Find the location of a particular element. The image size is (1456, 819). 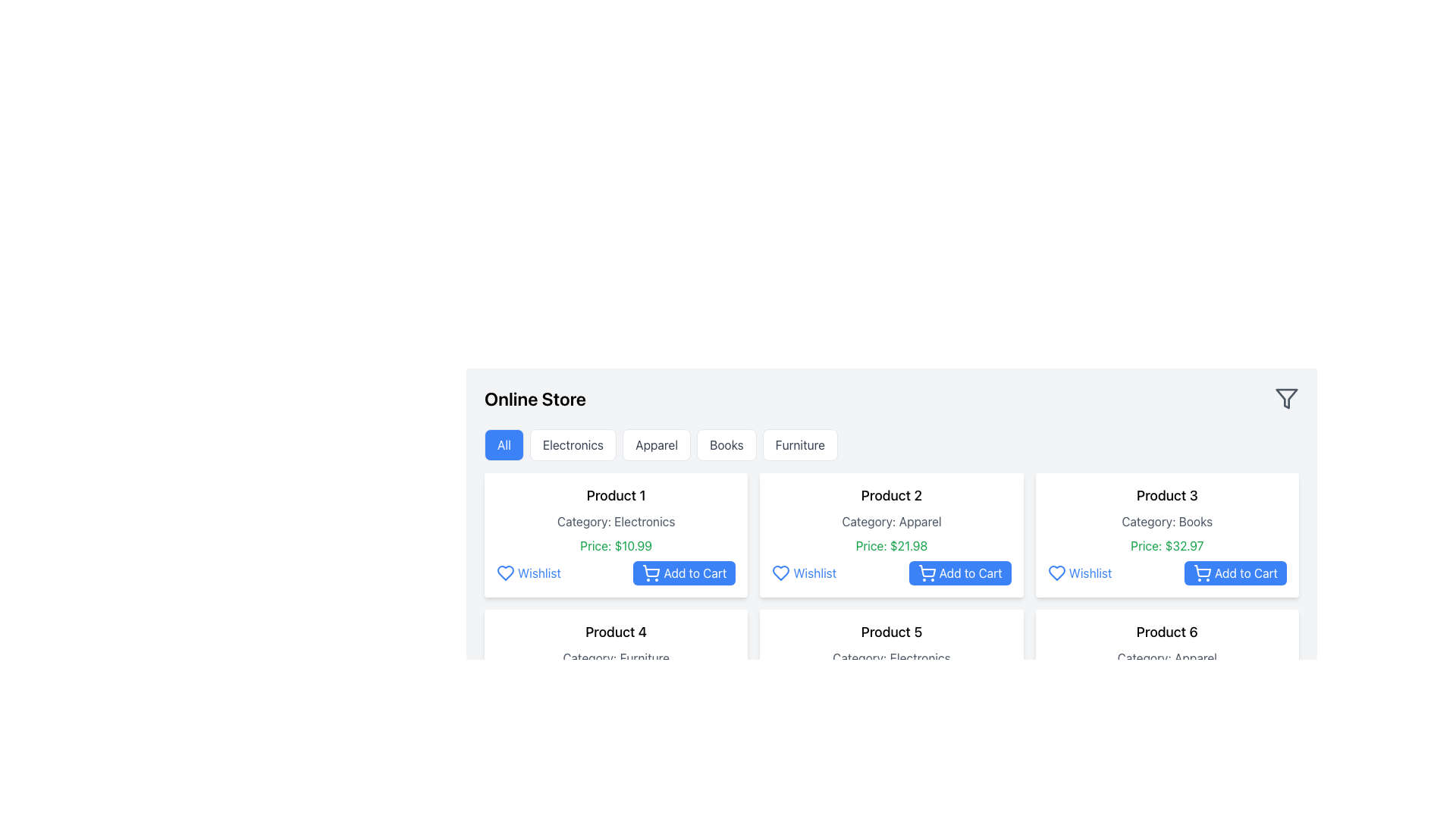

the shopping cart icon within the 'Add to Cart' button for 'Product 3', which is styled as an outline drawing and located on the left side of the button is located at coordinates (1201, 573).